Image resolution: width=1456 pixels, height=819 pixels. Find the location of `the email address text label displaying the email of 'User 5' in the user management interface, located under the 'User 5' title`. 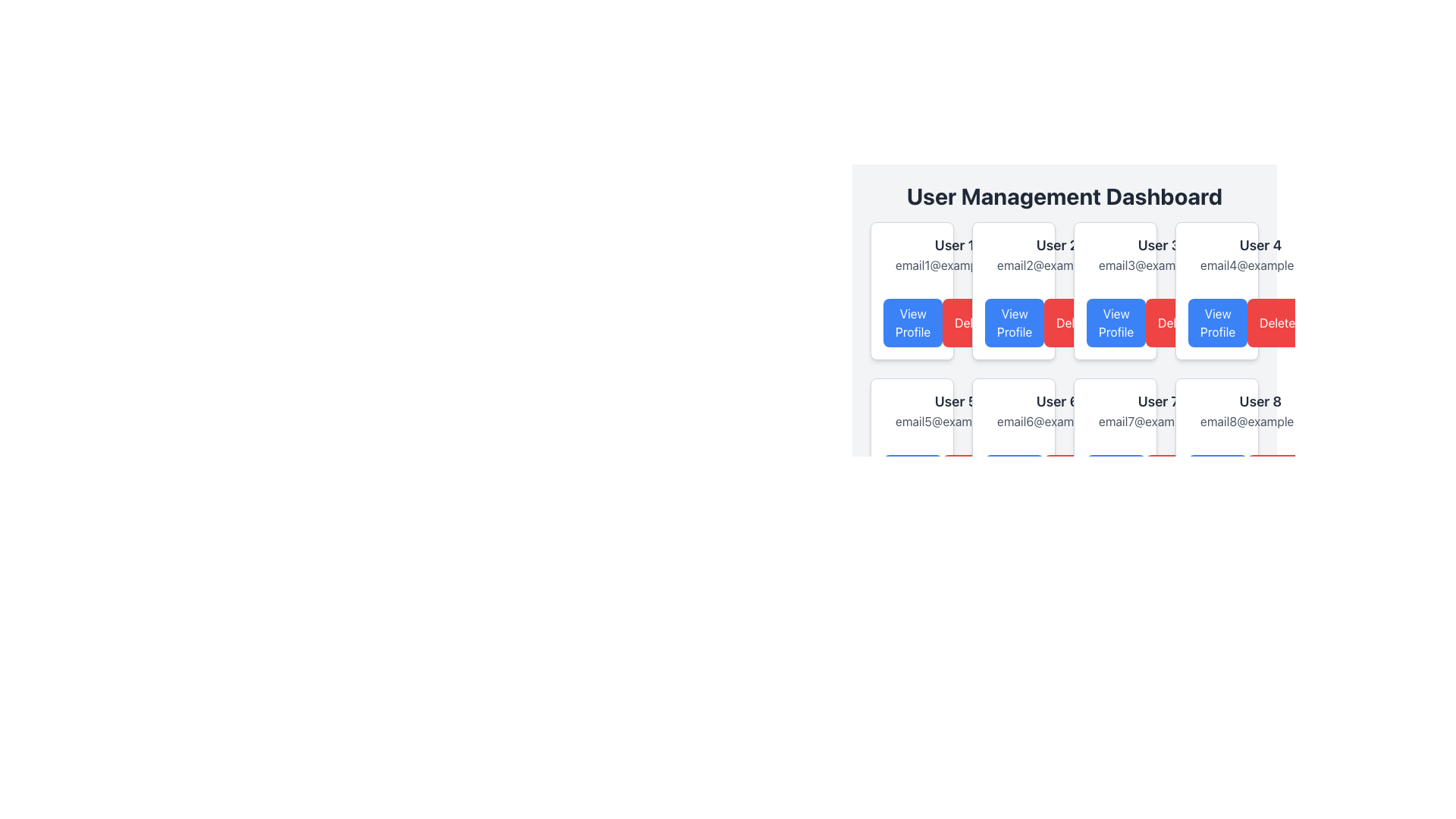

the email address text label displaying the email of 'User 5' in the user management interface, located under the 'User 5' title is located at coordinates (955, 421).